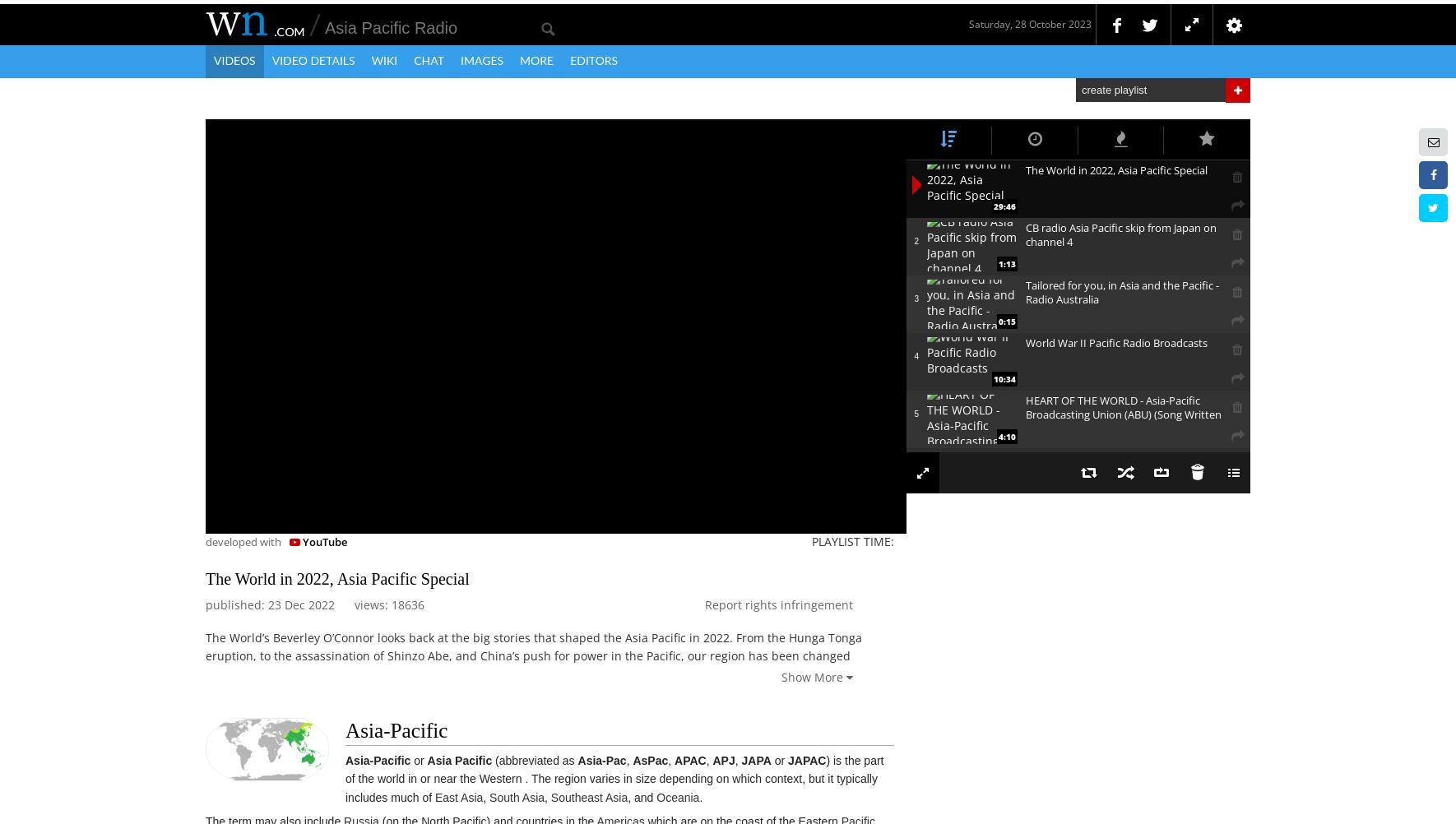 This screenshot has height=824, width=1456. I want to click on 'Most Related', so click(948, 122).